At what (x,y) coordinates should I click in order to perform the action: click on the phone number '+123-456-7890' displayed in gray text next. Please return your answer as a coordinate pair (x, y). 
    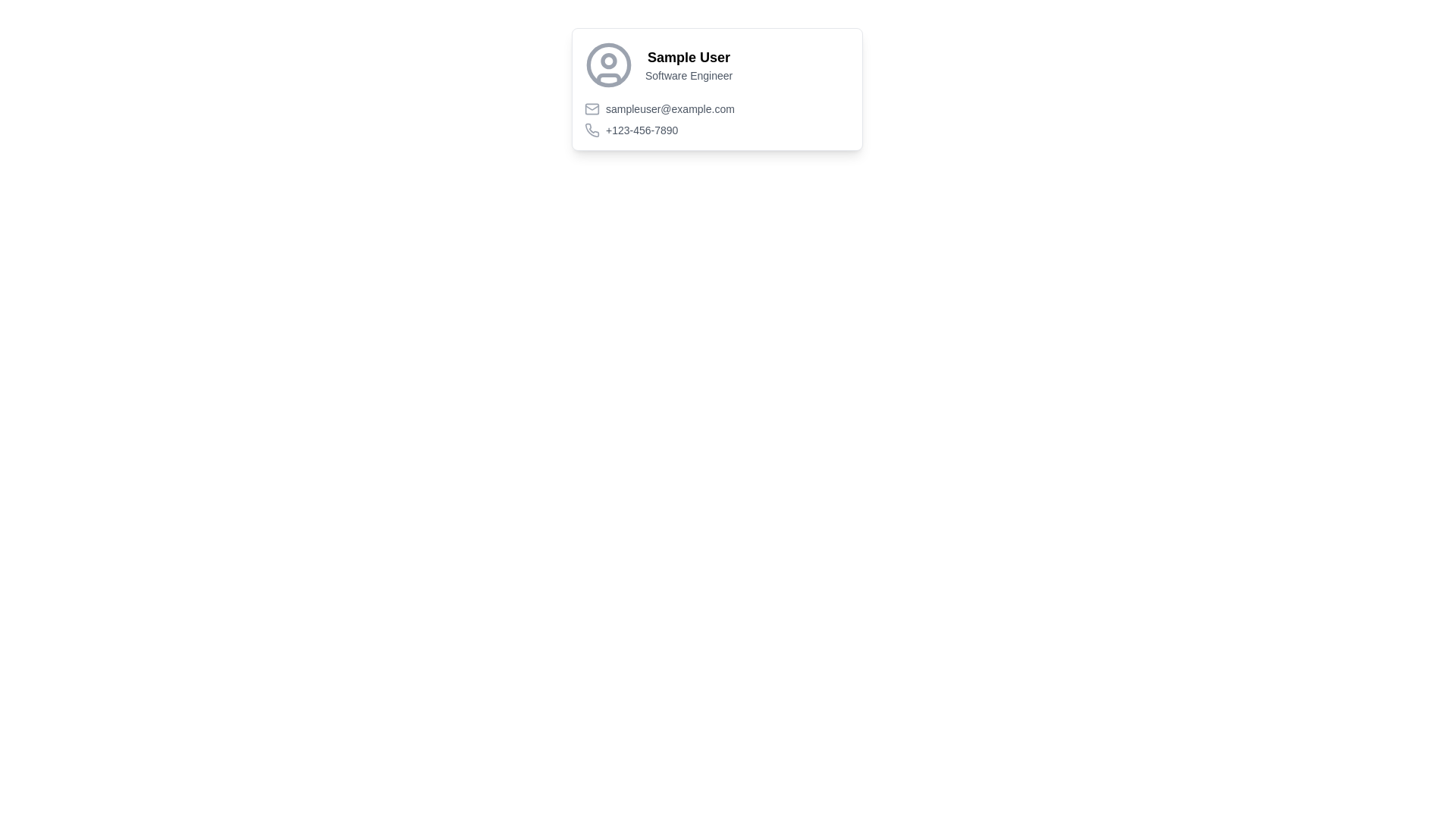
    Looking at the image, I should click on (716, 130).